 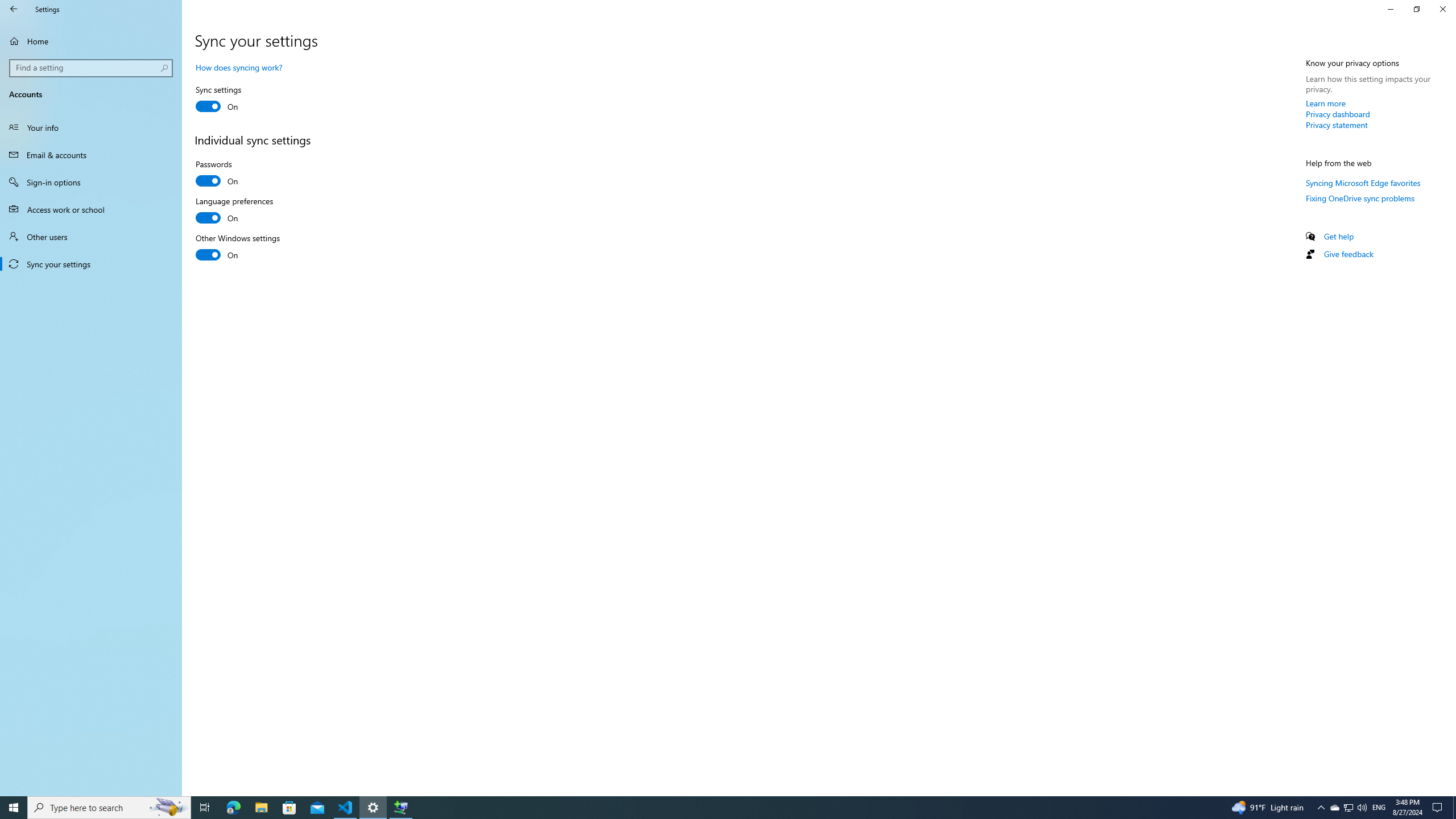 I want to click on 'Other users', so click(x=90, y=236).